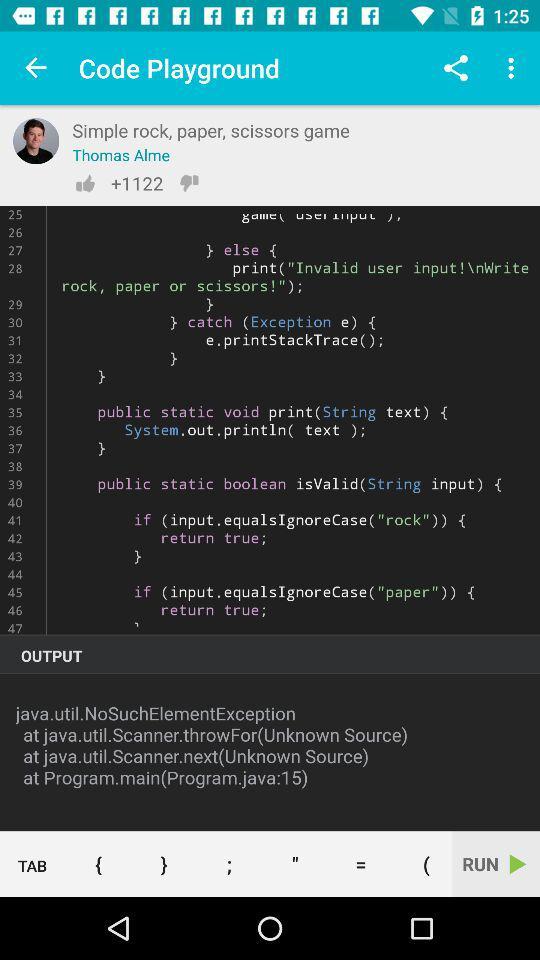  Describe the element at coordinates (36, 140) in the screenshot. I see `mini image at the top left corner` at that location.